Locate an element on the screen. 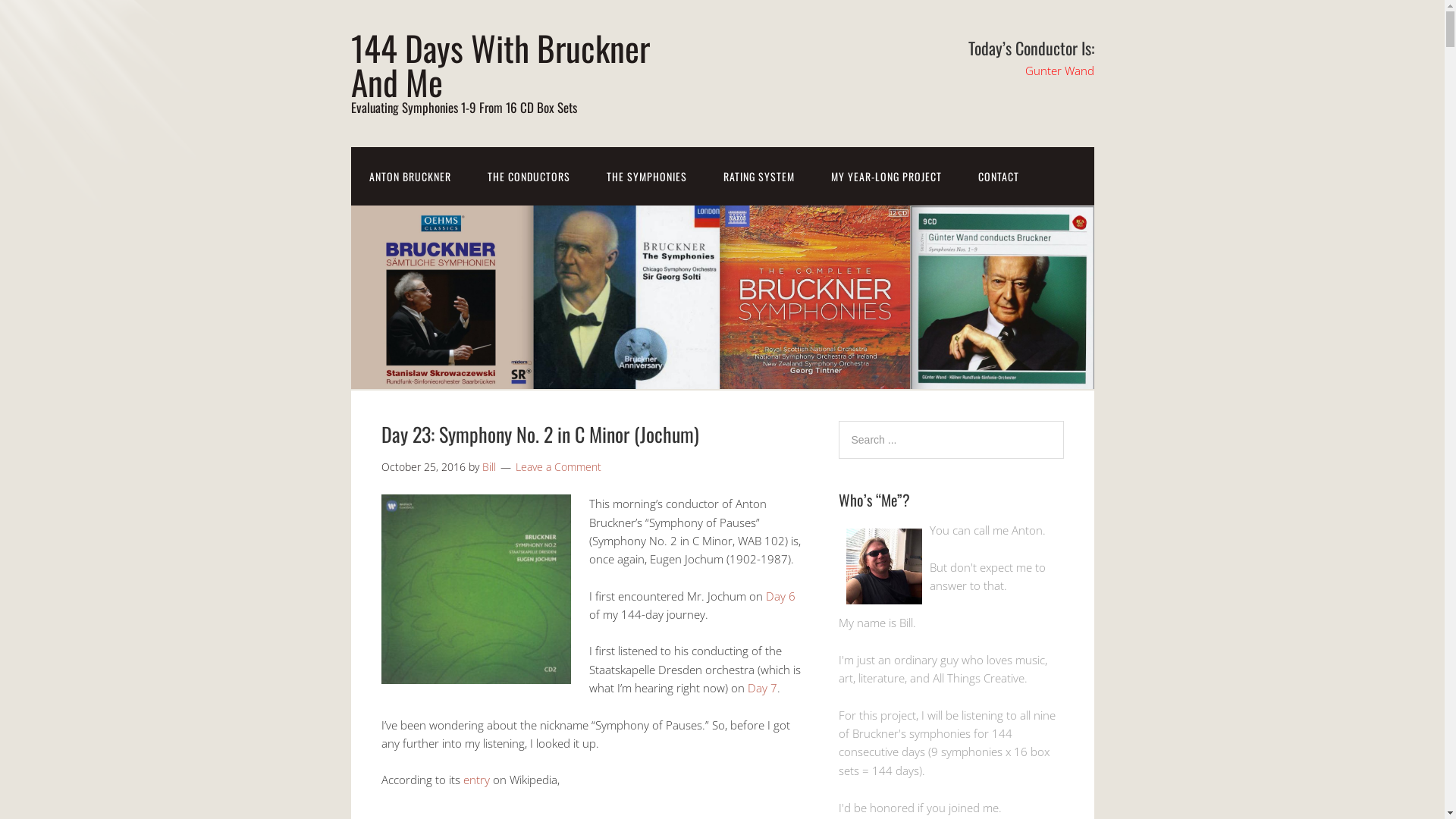 Image resolution: width=1456 pixels, height=819 pixels. 'Day 7' is located at coordinates (762, 687).